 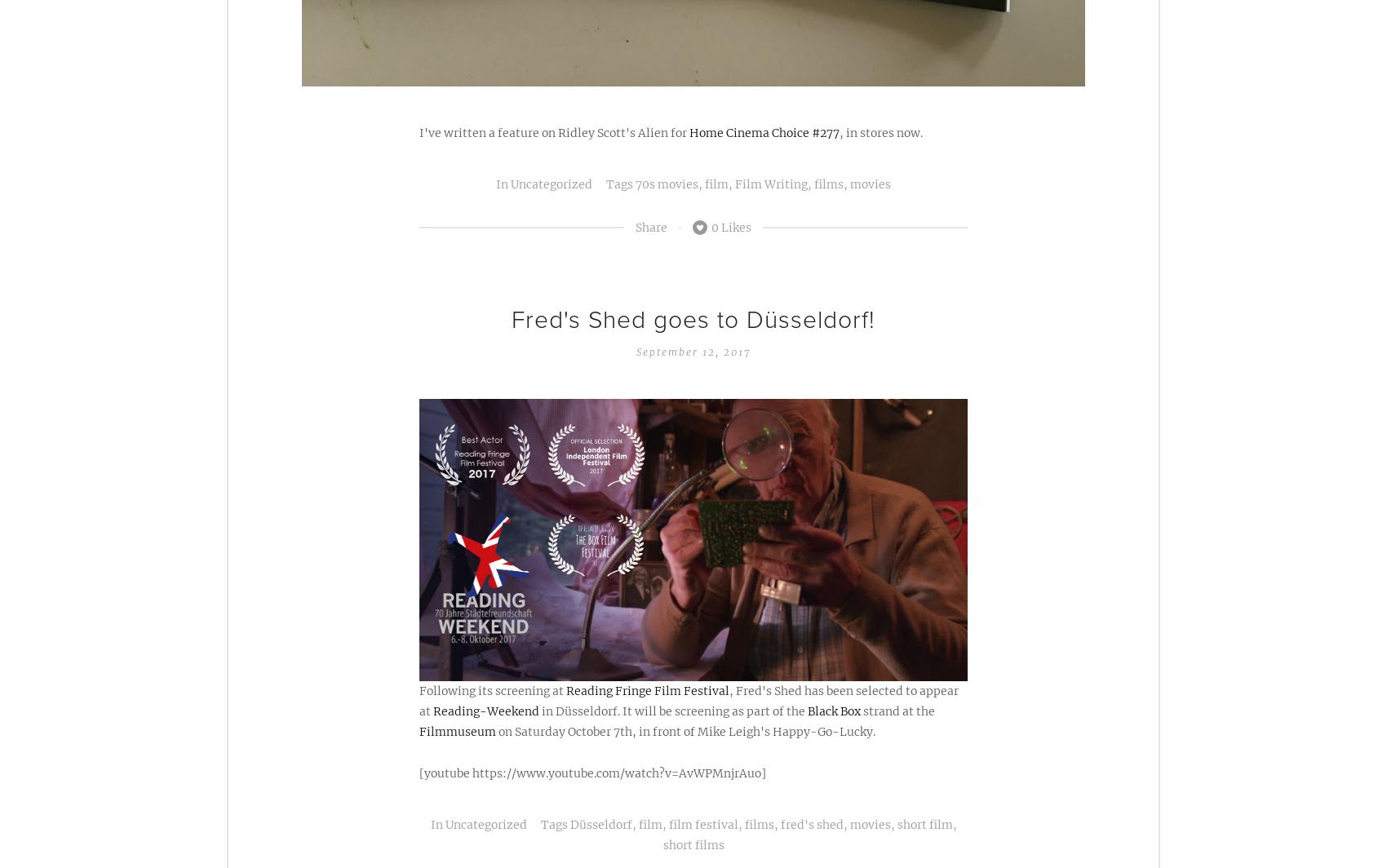 I want to click on 'I've written a feature on Ridley Scott's Alien for', so click(x=554, y=132).